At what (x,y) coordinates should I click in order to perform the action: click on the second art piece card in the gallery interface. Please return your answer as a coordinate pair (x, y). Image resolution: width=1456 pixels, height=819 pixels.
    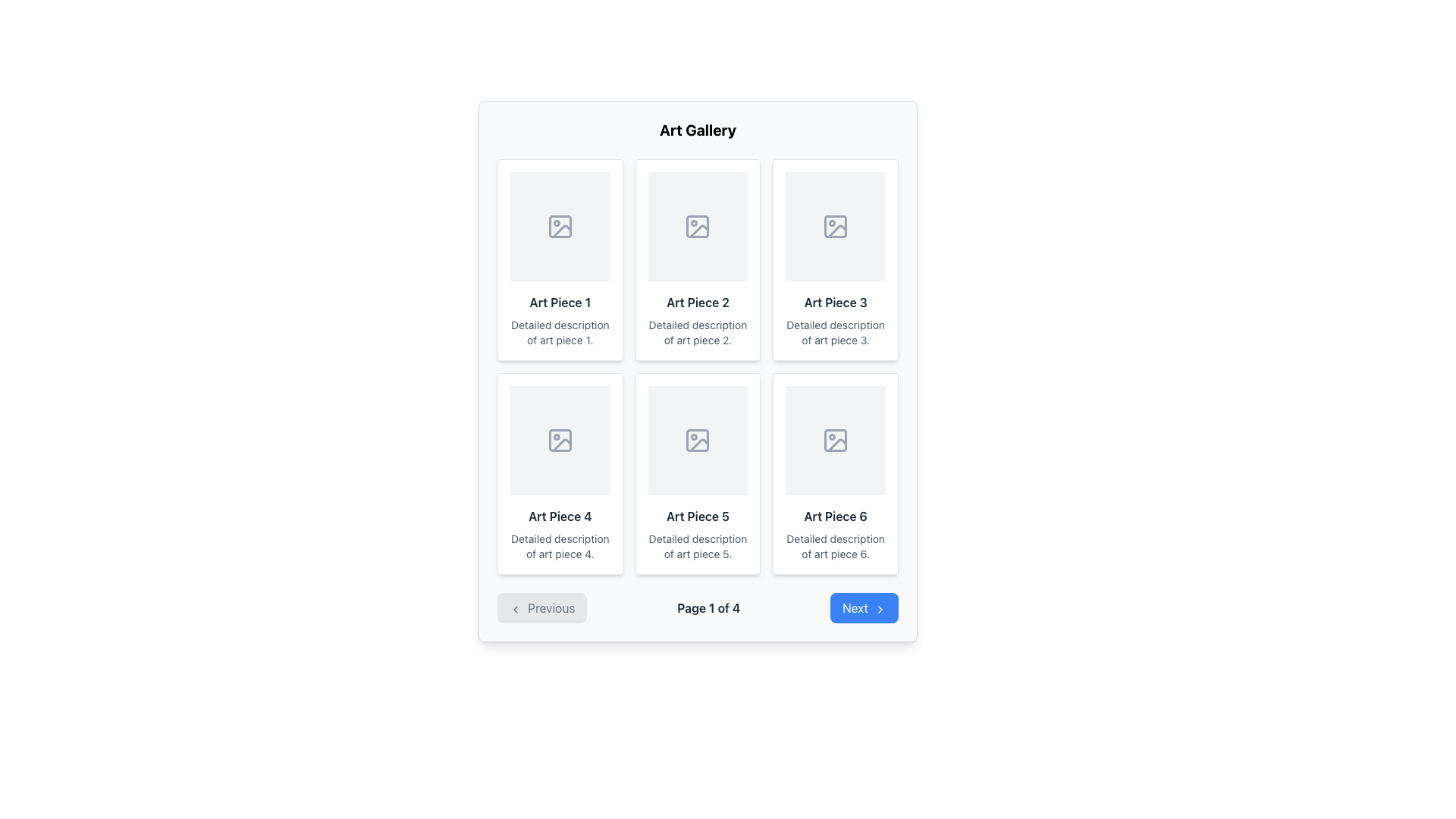
    Looking at the image, I should click on (697, 259).